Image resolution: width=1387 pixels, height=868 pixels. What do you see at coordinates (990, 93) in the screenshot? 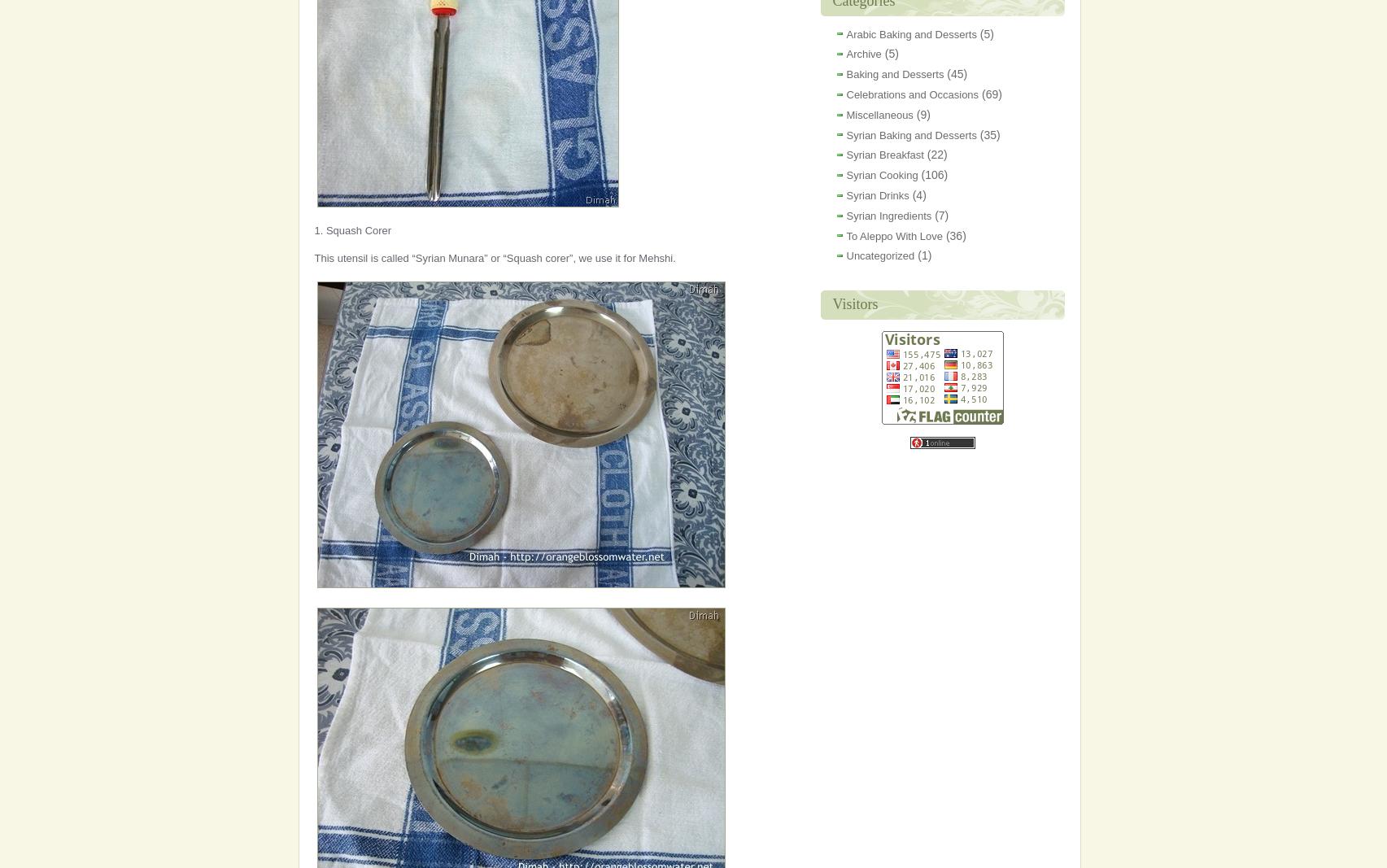
I see `'(69)'` at bounding box center [990, 93].